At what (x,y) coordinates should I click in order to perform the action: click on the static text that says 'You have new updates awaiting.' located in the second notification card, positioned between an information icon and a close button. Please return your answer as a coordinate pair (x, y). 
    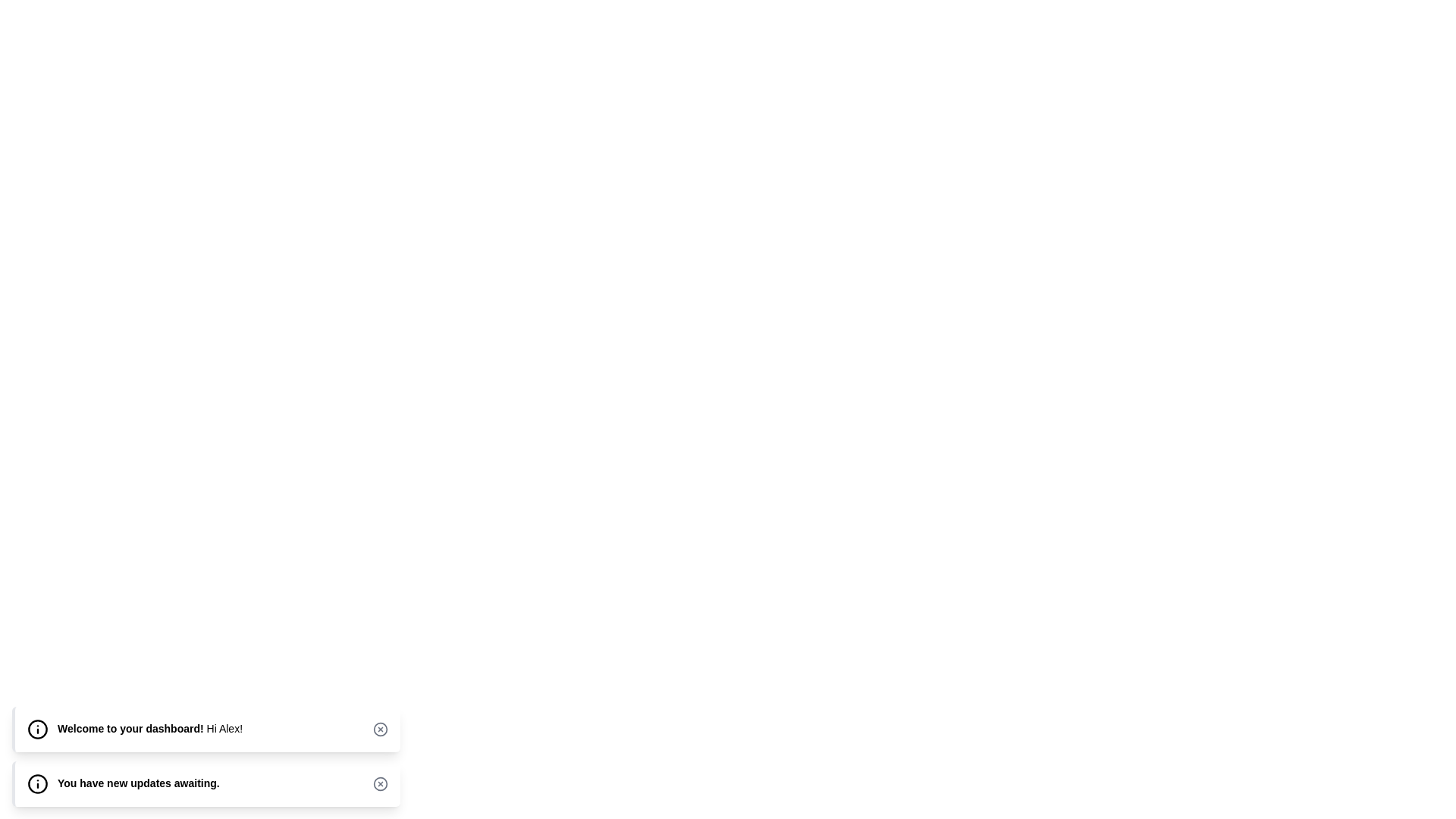
    Looking at the image, I should click on (138, 783).